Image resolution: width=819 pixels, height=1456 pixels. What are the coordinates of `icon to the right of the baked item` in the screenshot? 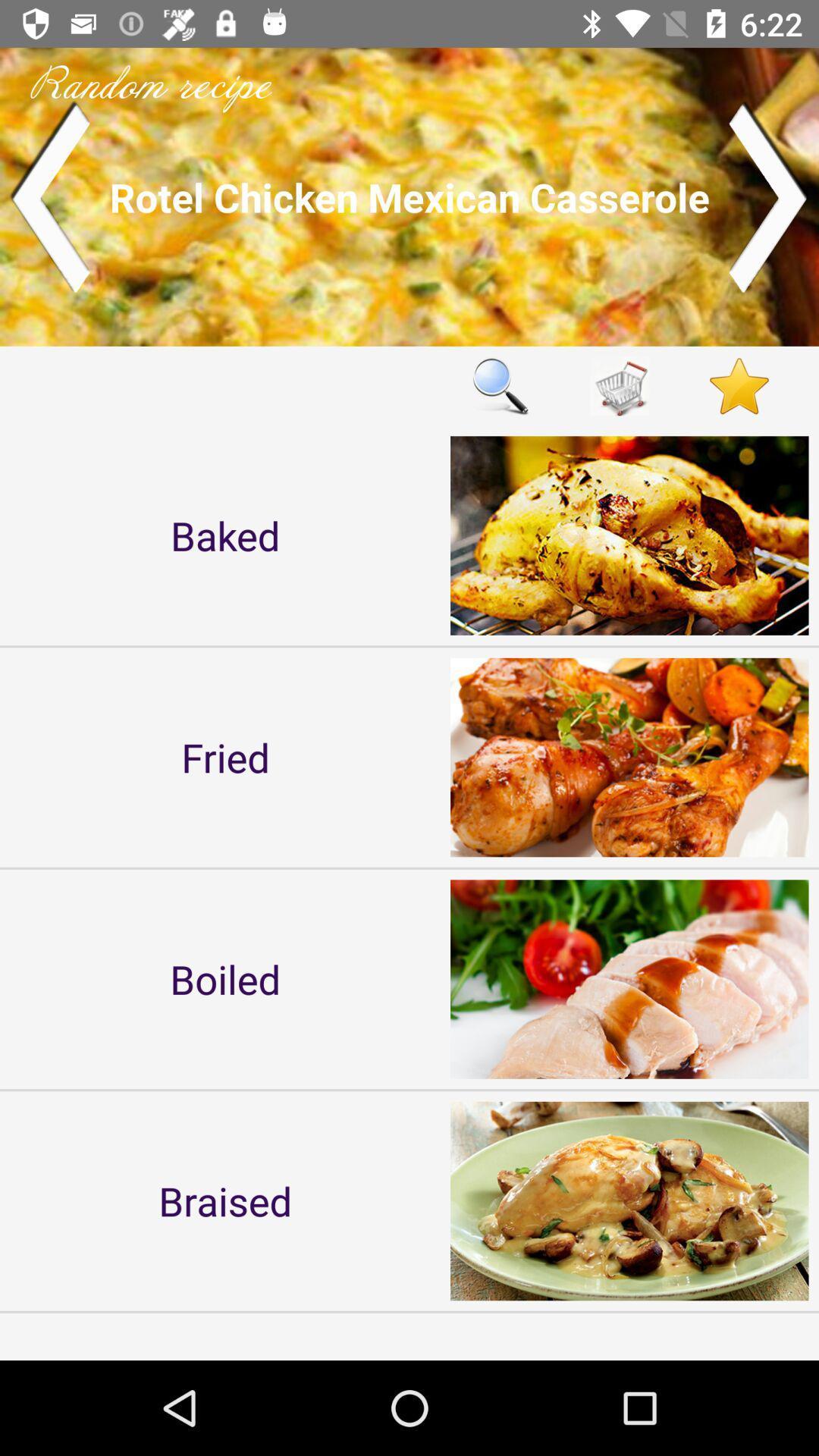 It's located at (500, 386).